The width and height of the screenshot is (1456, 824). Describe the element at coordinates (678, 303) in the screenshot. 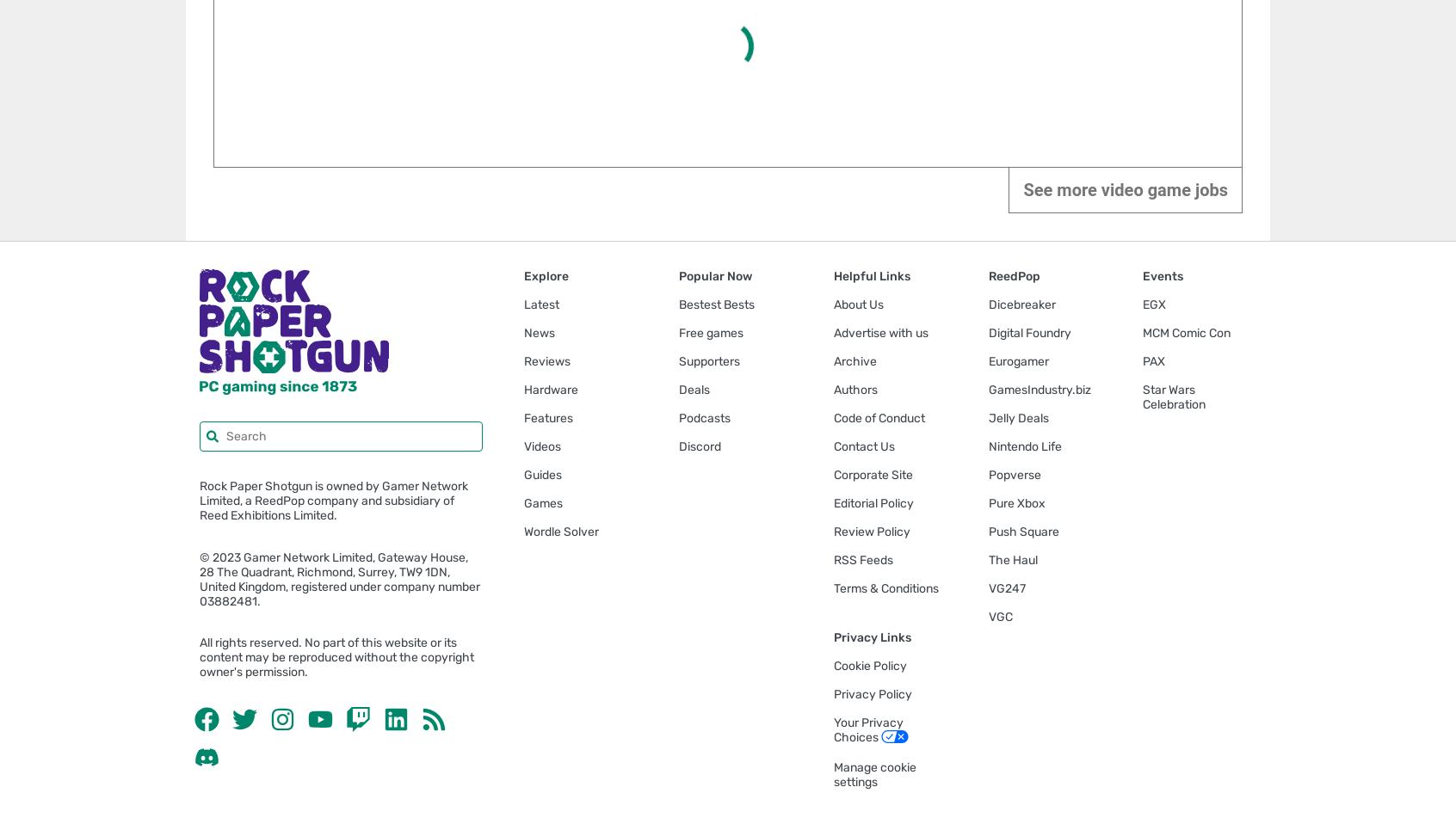

I see `'Bestest Bests'` at that location.